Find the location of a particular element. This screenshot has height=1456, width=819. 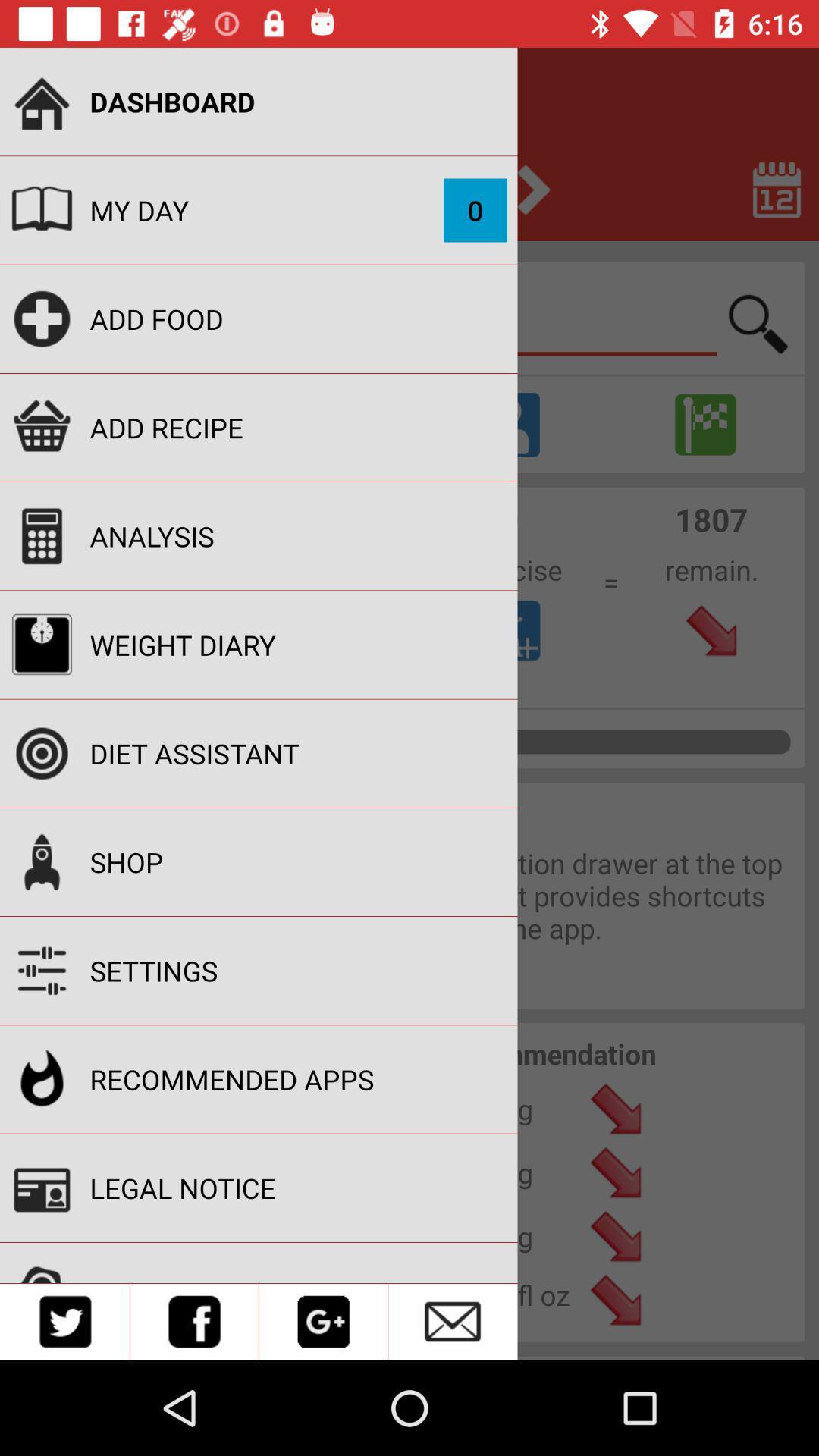

the arrow_forward icon is located at coordinates (533, 189).